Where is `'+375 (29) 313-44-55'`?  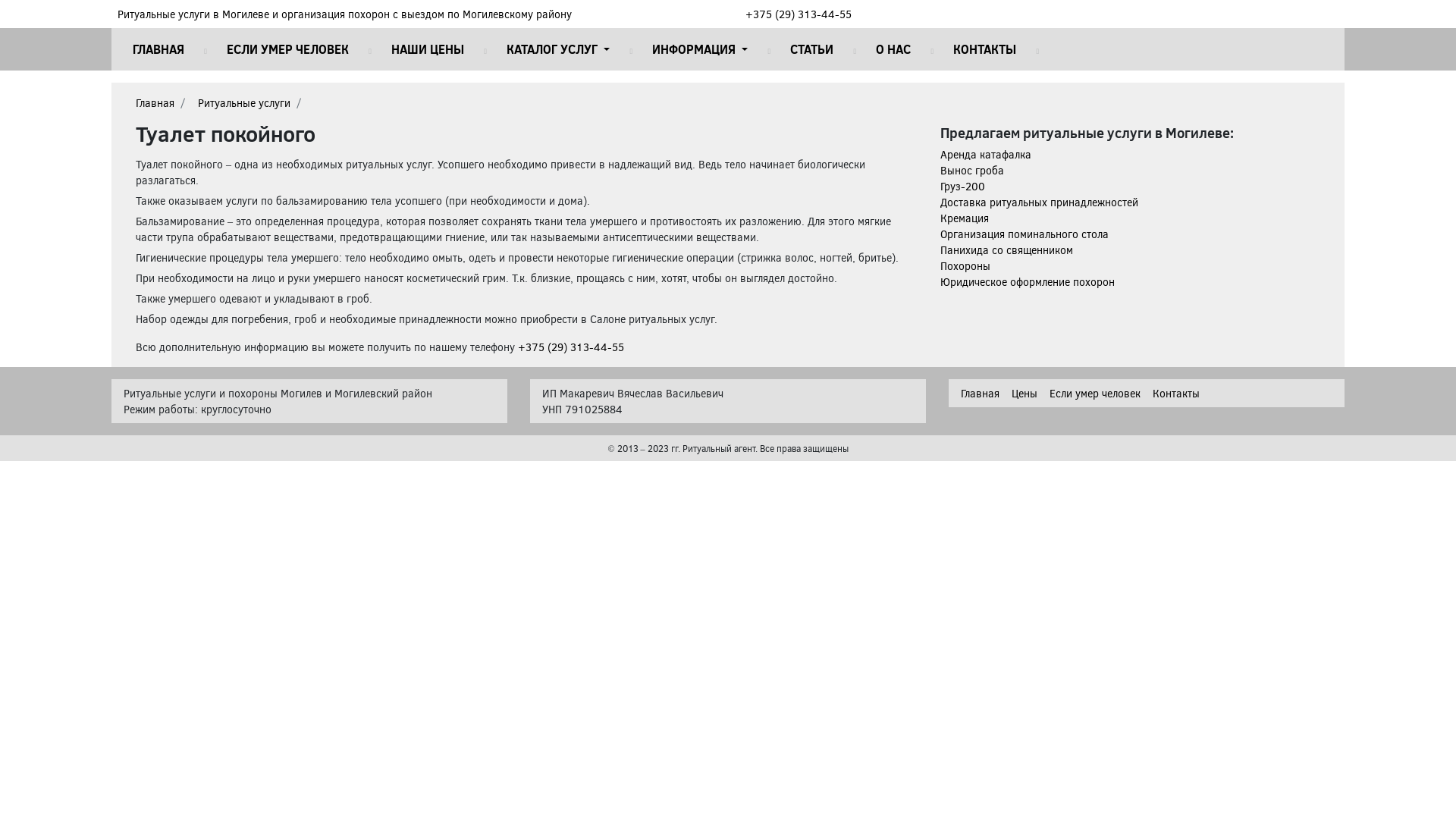
'+375 (29) 313-44-55' is located at coordinates (797, 14).